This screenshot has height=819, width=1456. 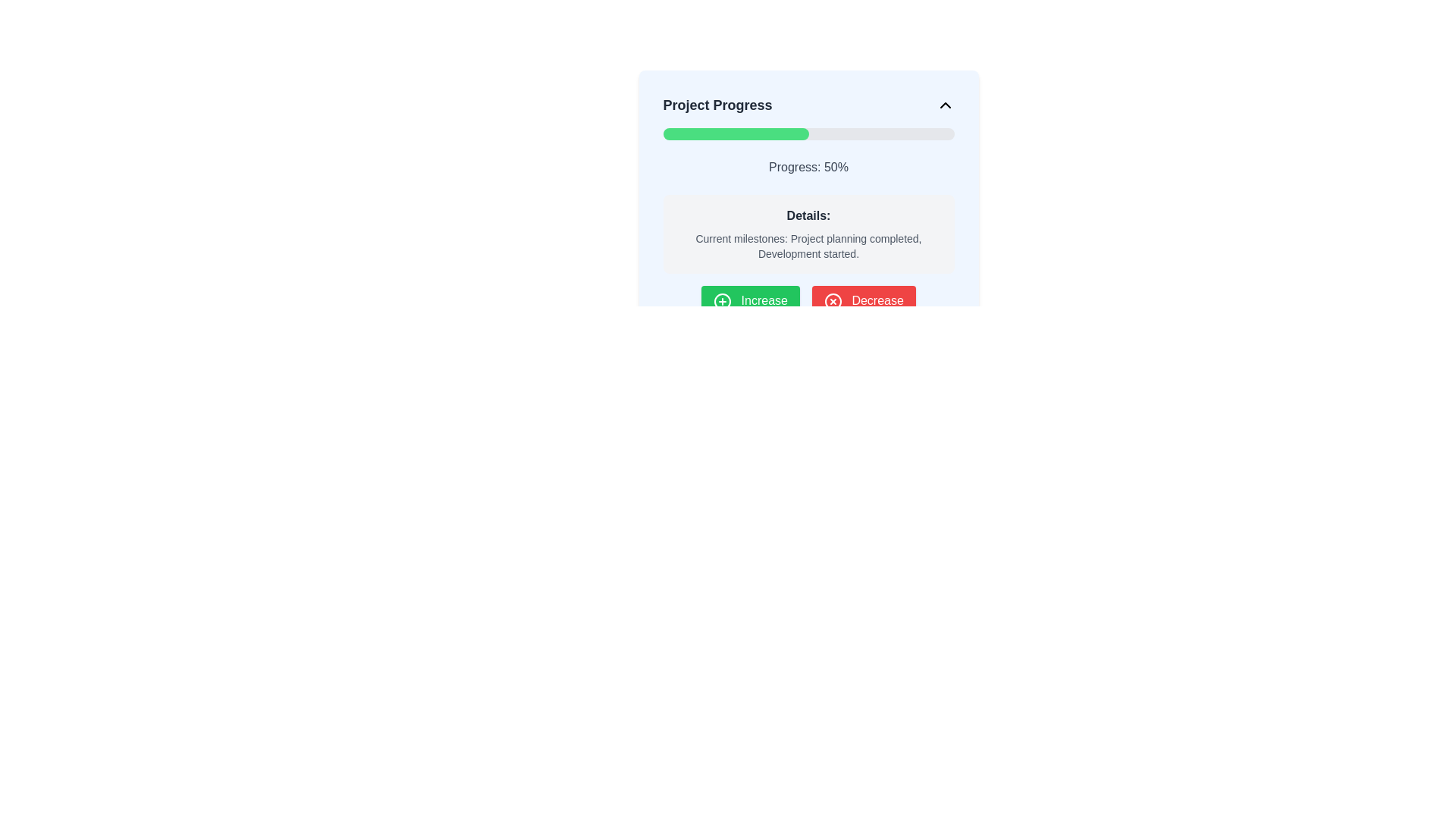 I want to click on the upwards-pointing chevron icon with a black outline located at the top-right corner of the 'Project Progress' section to interact with the section, so click(x=944, y=104).